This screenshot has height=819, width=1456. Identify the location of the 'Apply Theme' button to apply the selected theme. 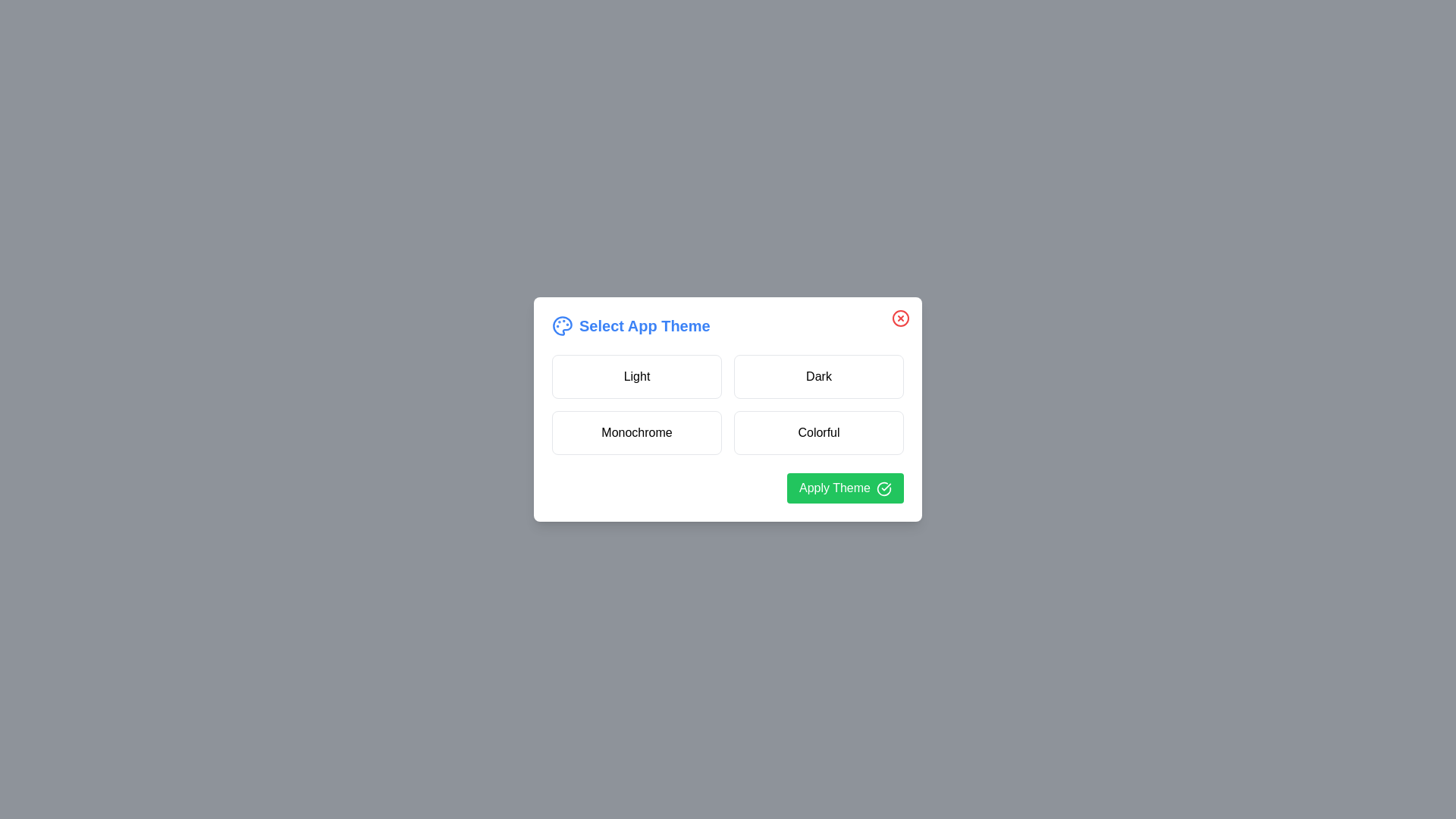
(844, 488).